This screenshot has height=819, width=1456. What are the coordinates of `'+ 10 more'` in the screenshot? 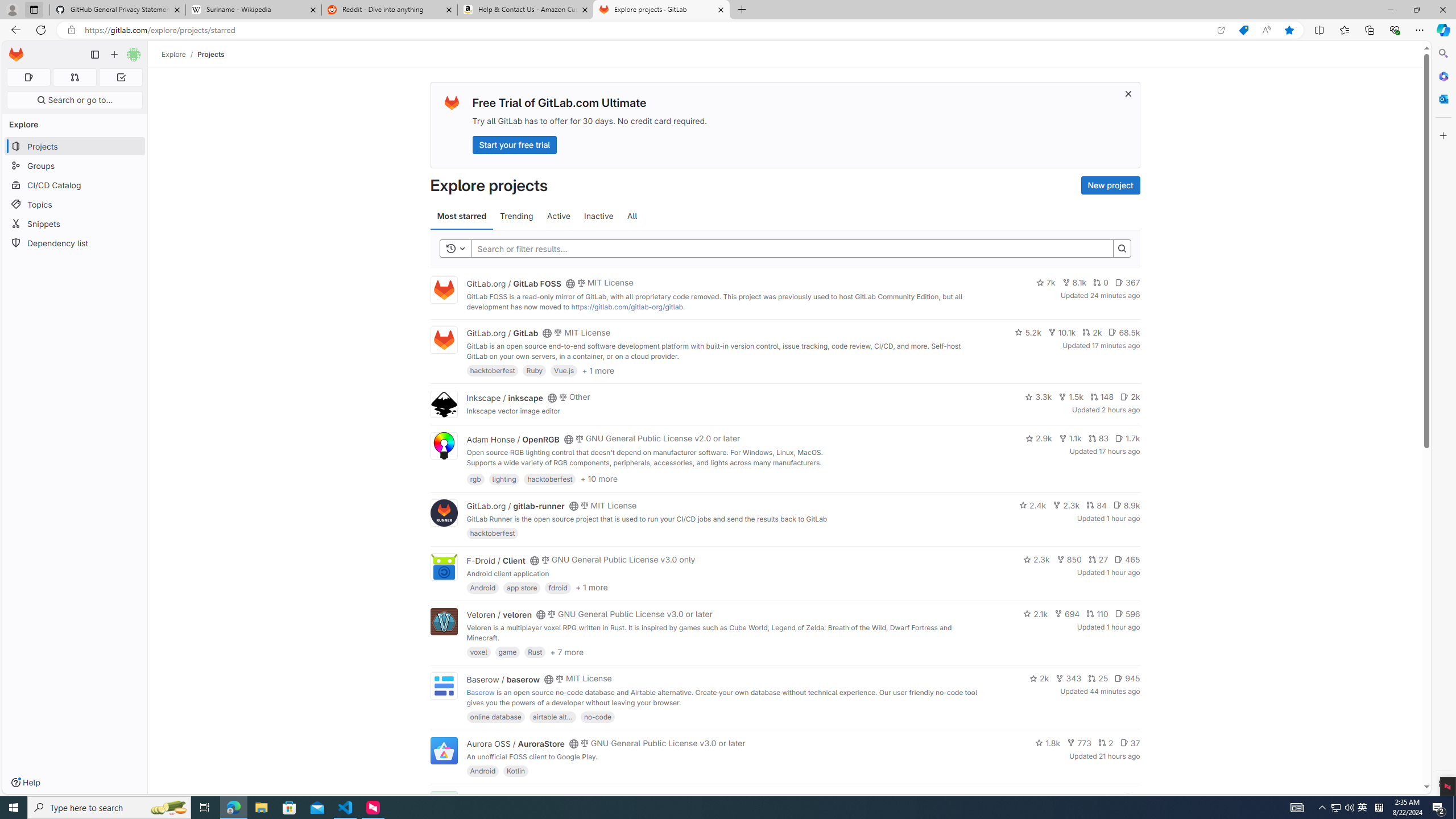 It's located at (598, 478).